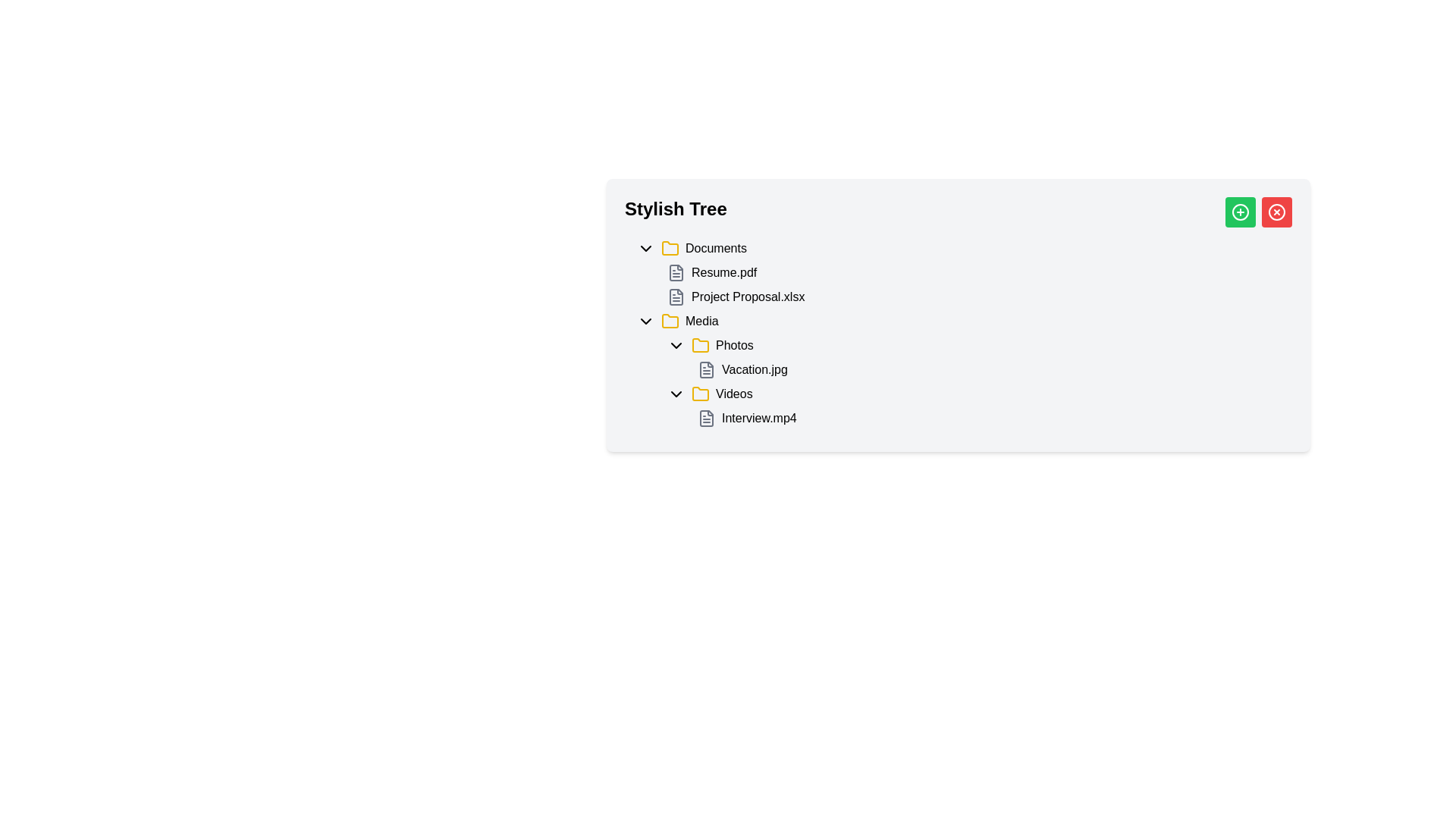 This screenshot has width=1456, height=819. What do you see at coordinates (723, 271) in the screenshot?
I see `on the text label representing the file named 'Resume.pdf' in the hierarchical navigation UI` at bounding box center [723, 271].